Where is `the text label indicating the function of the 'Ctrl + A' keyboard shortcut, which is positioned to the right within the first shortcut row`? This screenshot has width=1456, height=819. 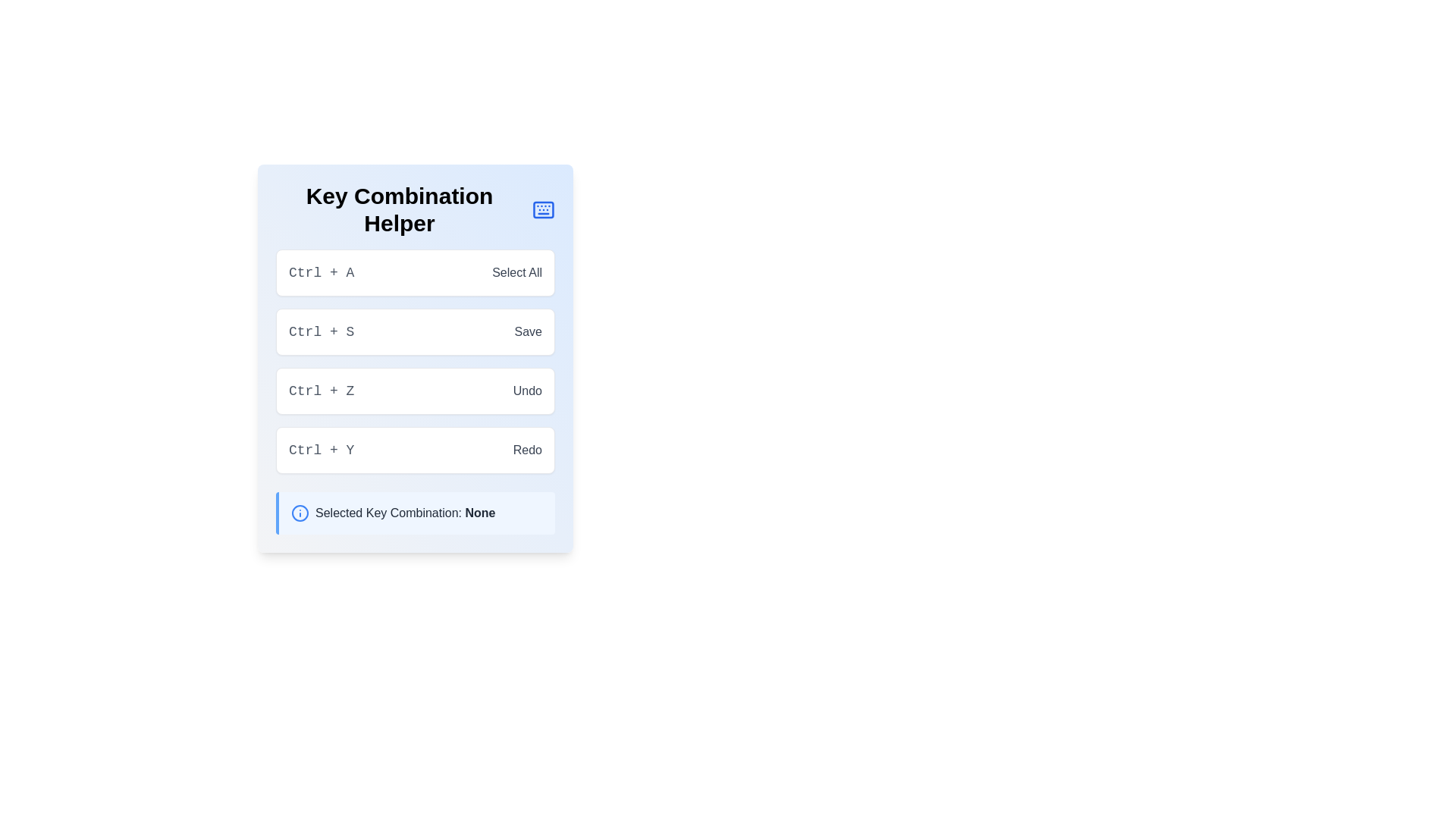
the text label indicating the function of the 'Ctrl + A' keyboard shortcut, which is positioned to the right within the first shortcut row is located at coordinates (517, 271).